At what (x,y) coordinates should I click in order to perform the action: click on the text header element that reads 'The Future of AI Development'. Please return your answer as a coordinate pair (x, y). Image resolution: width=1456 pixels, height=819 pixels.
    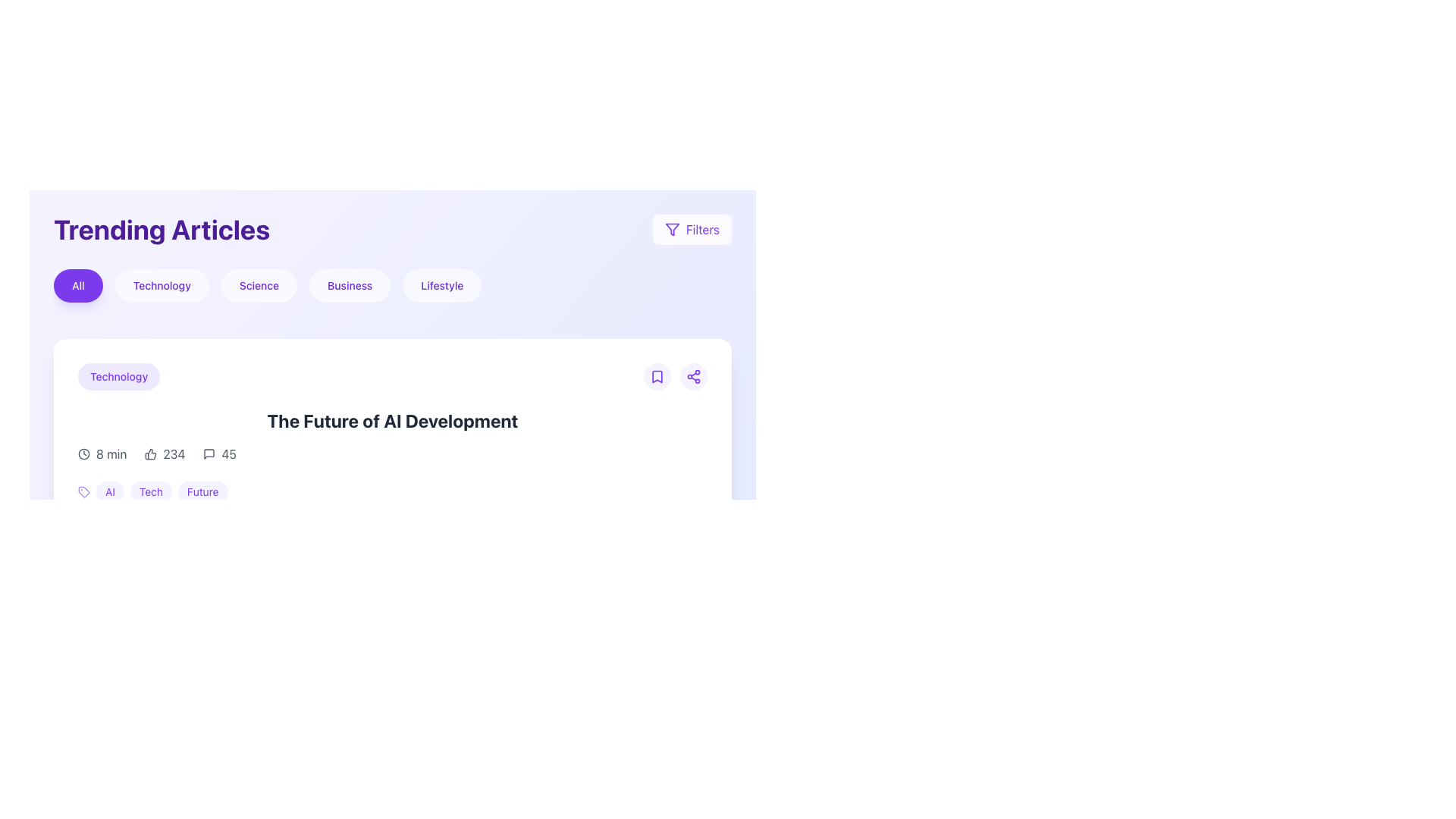
    Looking at the image, I should click on (393, 421).